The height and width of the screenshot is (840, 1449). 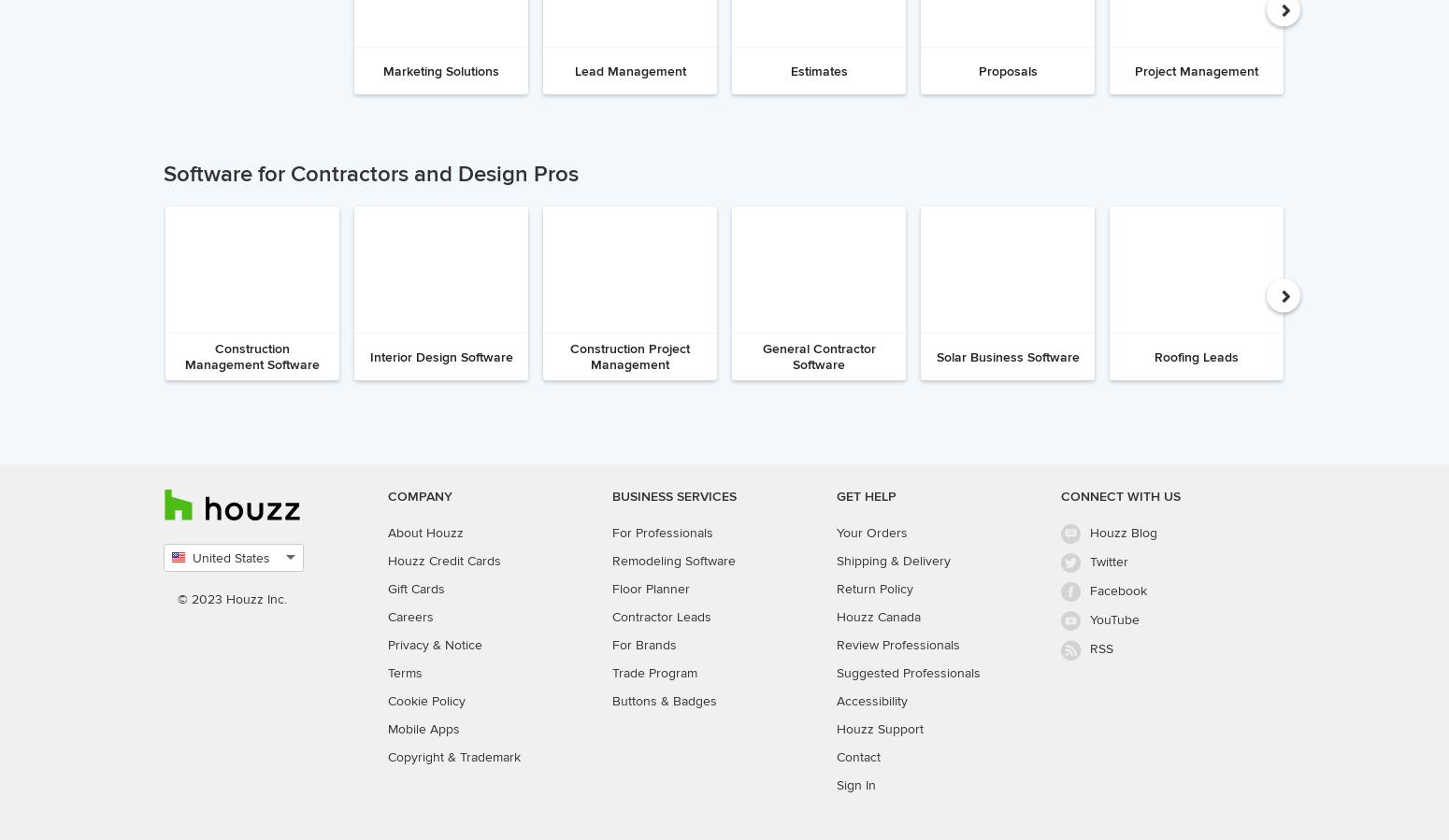 I want to click on '&', so click(x=436, y=643).